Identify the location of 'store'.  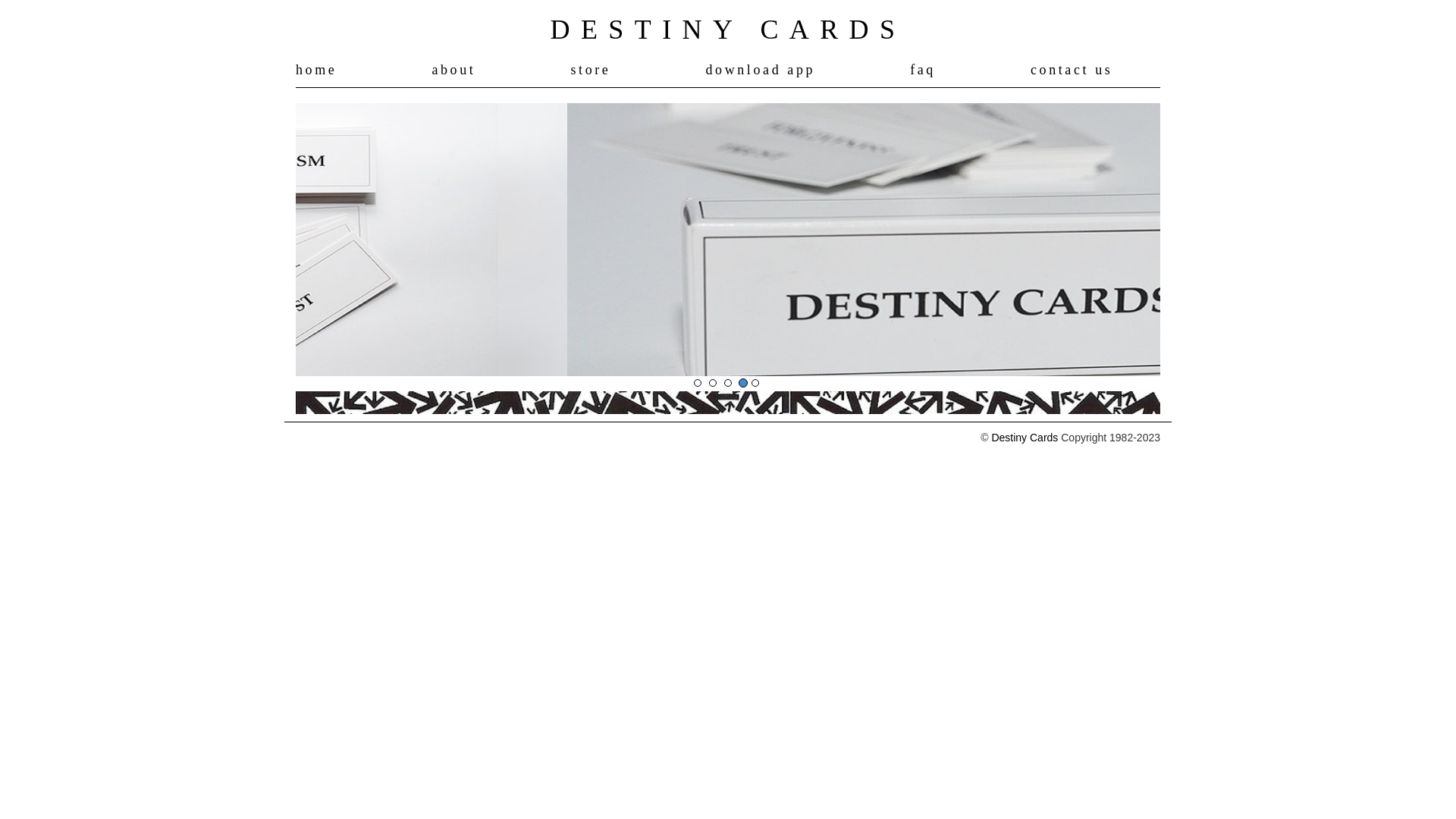
(589, 70).